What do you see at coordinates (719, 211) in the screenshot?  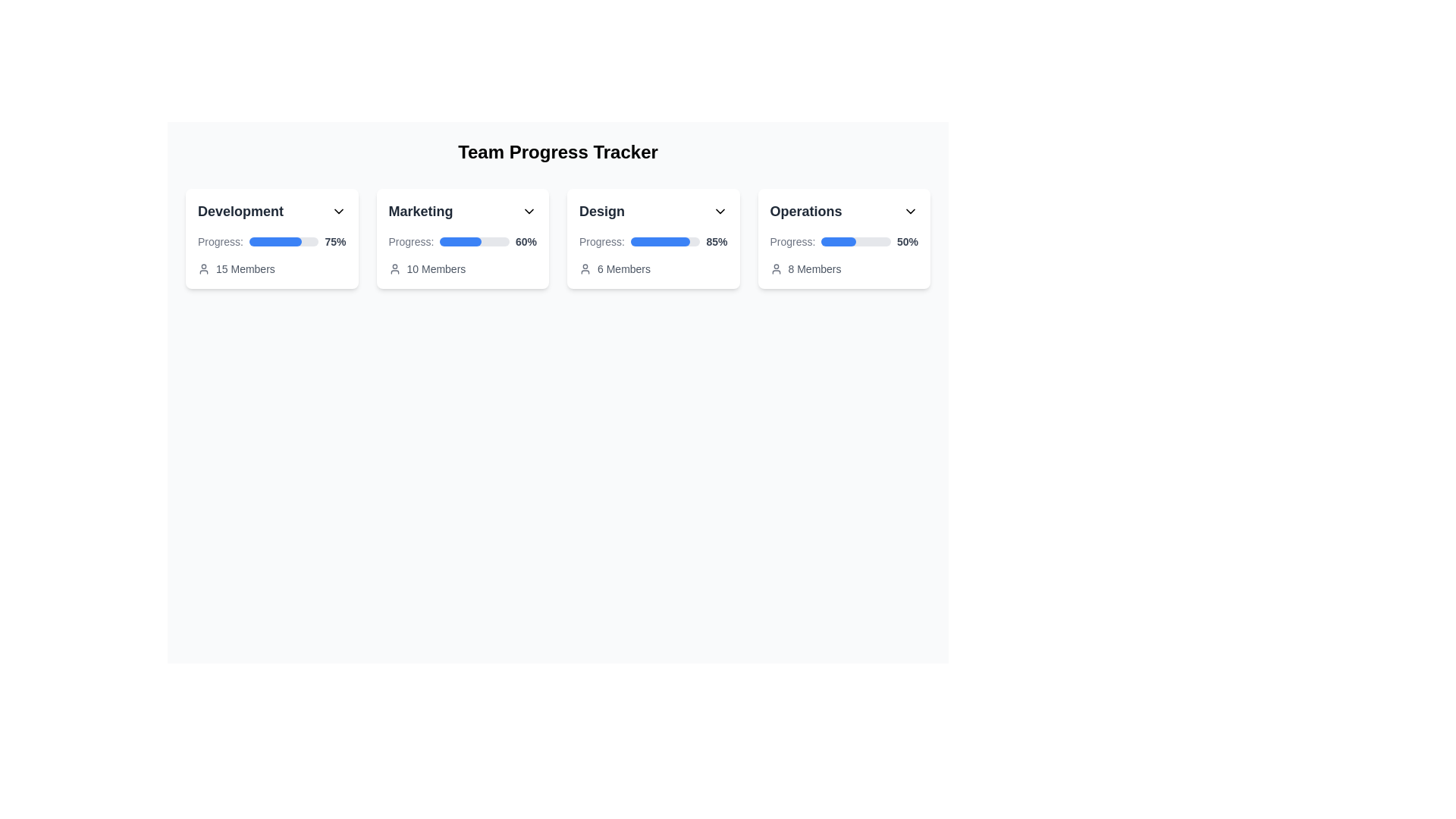 I see `the Chevron Down icon located at the far right of the 'Design' header` at bounding box center [719, 211].